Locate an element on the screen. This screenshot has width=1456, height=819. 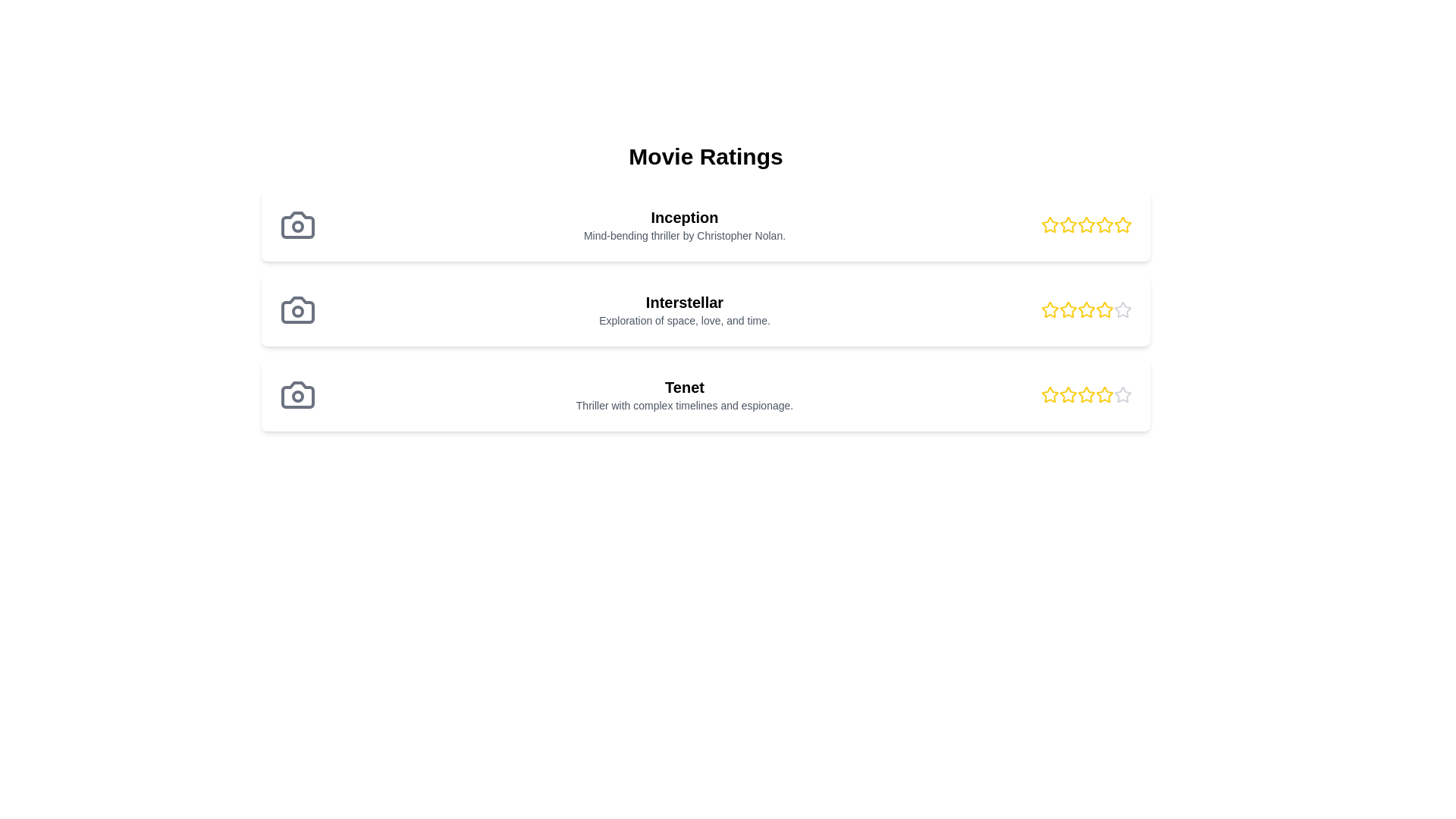
the fourth yellow star icon in the rating system for the movie 'Interstellar' is located at coordinates (1086, 309).